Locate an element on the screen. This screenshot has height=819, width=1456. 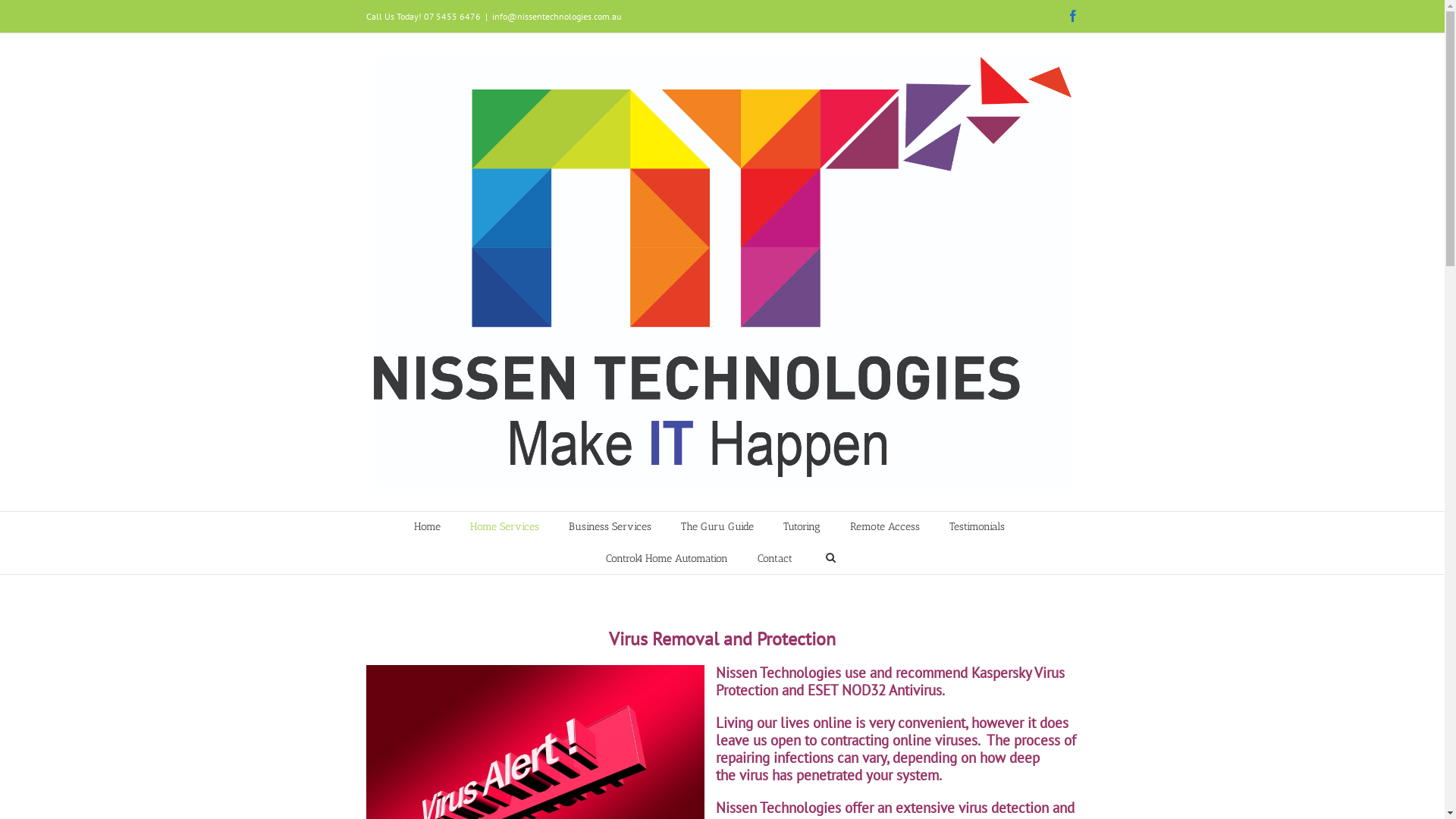
'Testimonials' is located at coordinates (949, 526).